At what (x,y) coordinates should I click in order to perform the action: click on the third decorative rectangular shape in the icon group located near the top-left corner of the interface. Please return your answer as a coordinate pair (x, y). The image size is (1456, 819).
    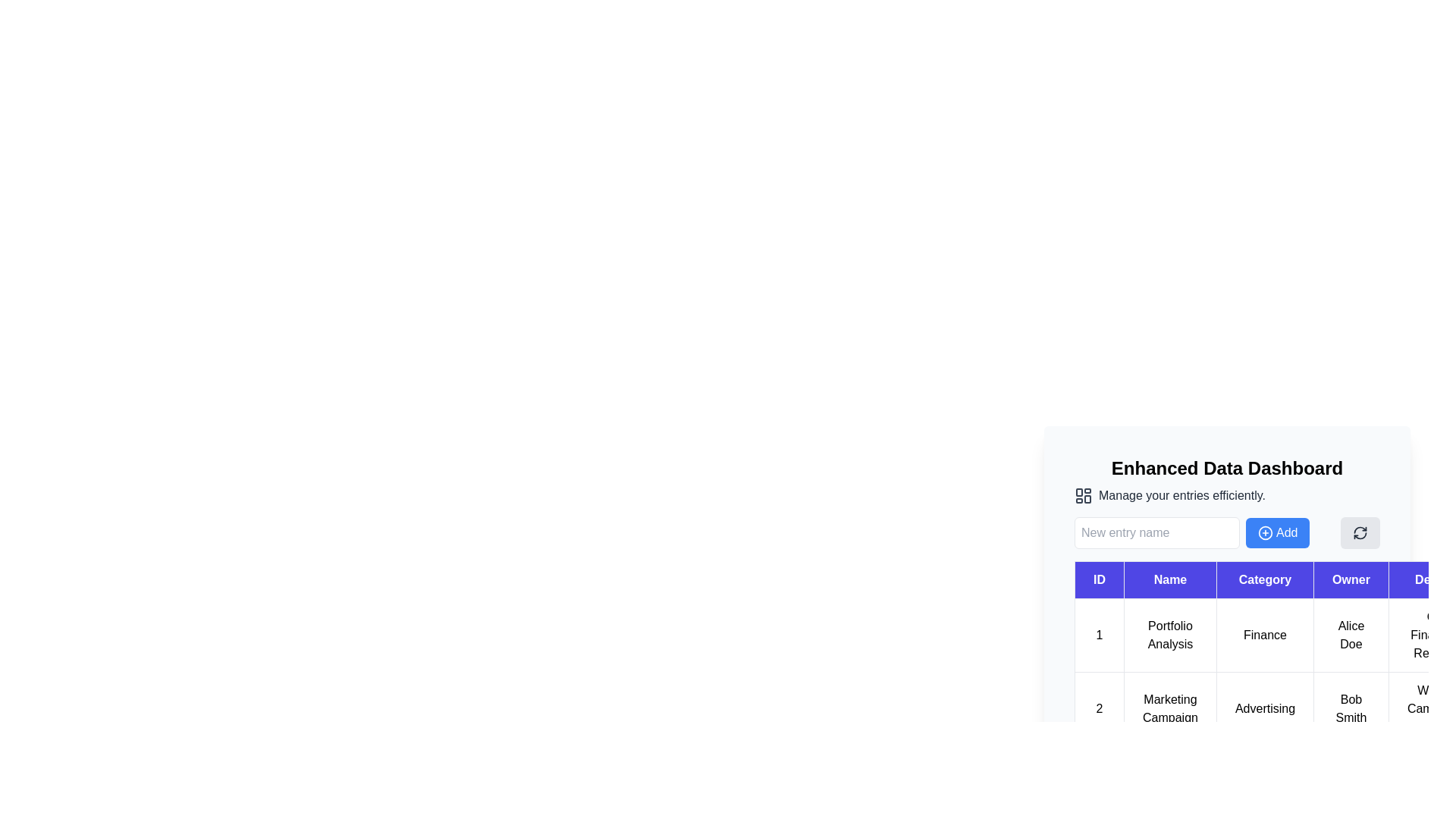
    Looking at the image, I should click on (1087, 499).